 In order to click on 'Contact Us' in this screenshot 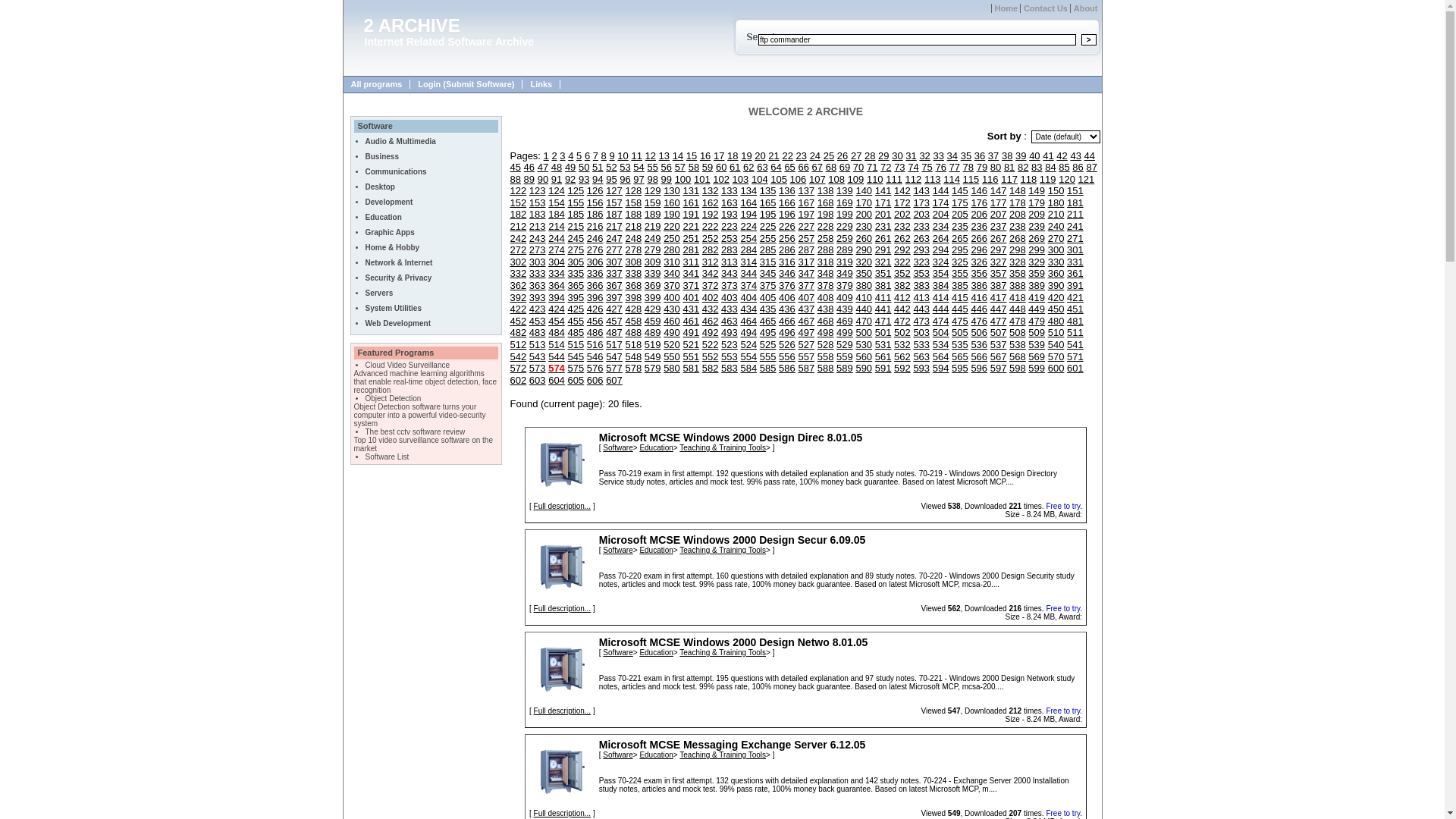, I will do `click(1043, 8)`.